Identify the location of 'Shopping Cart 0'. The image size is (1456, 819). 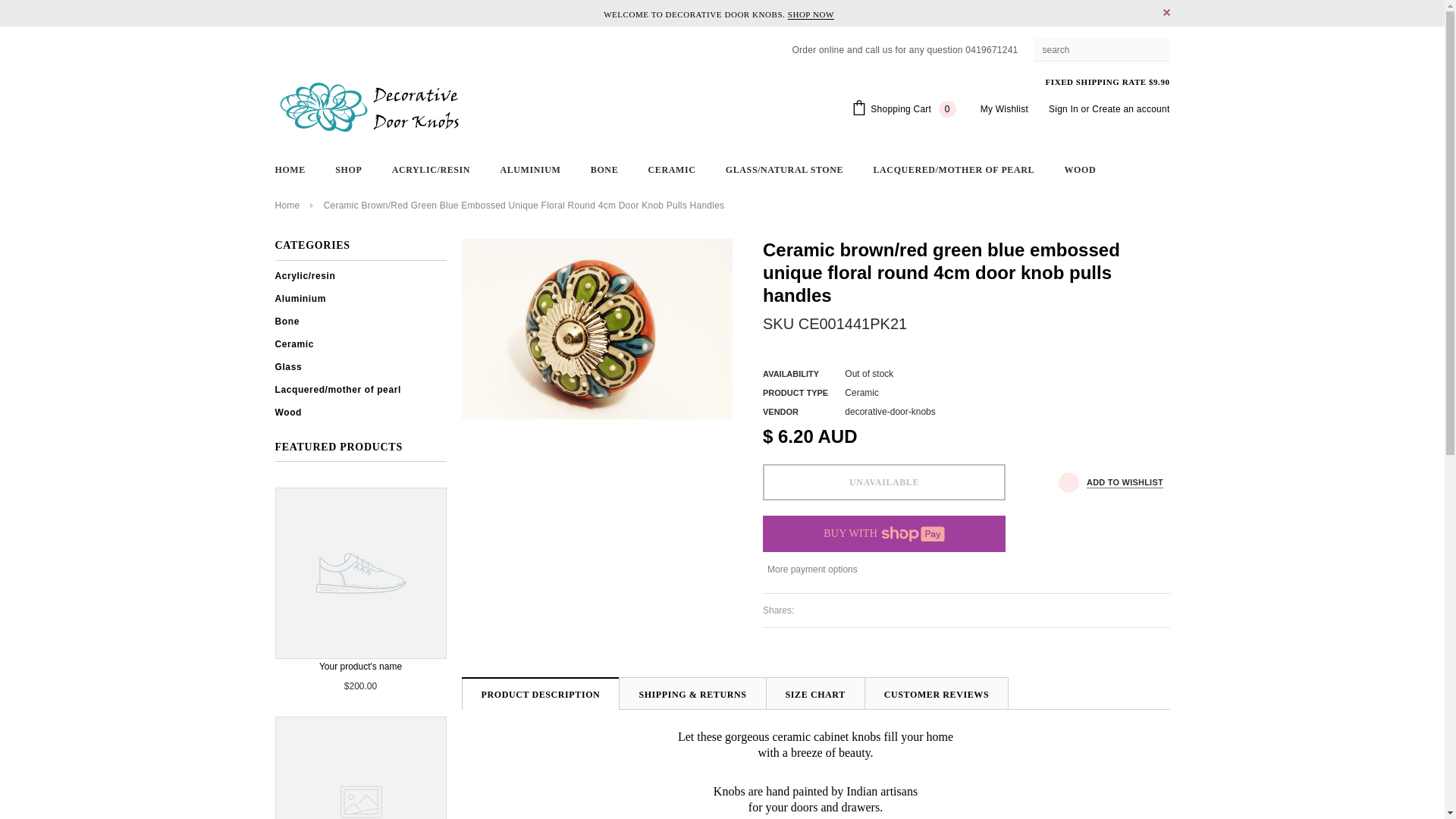
(903, 108).